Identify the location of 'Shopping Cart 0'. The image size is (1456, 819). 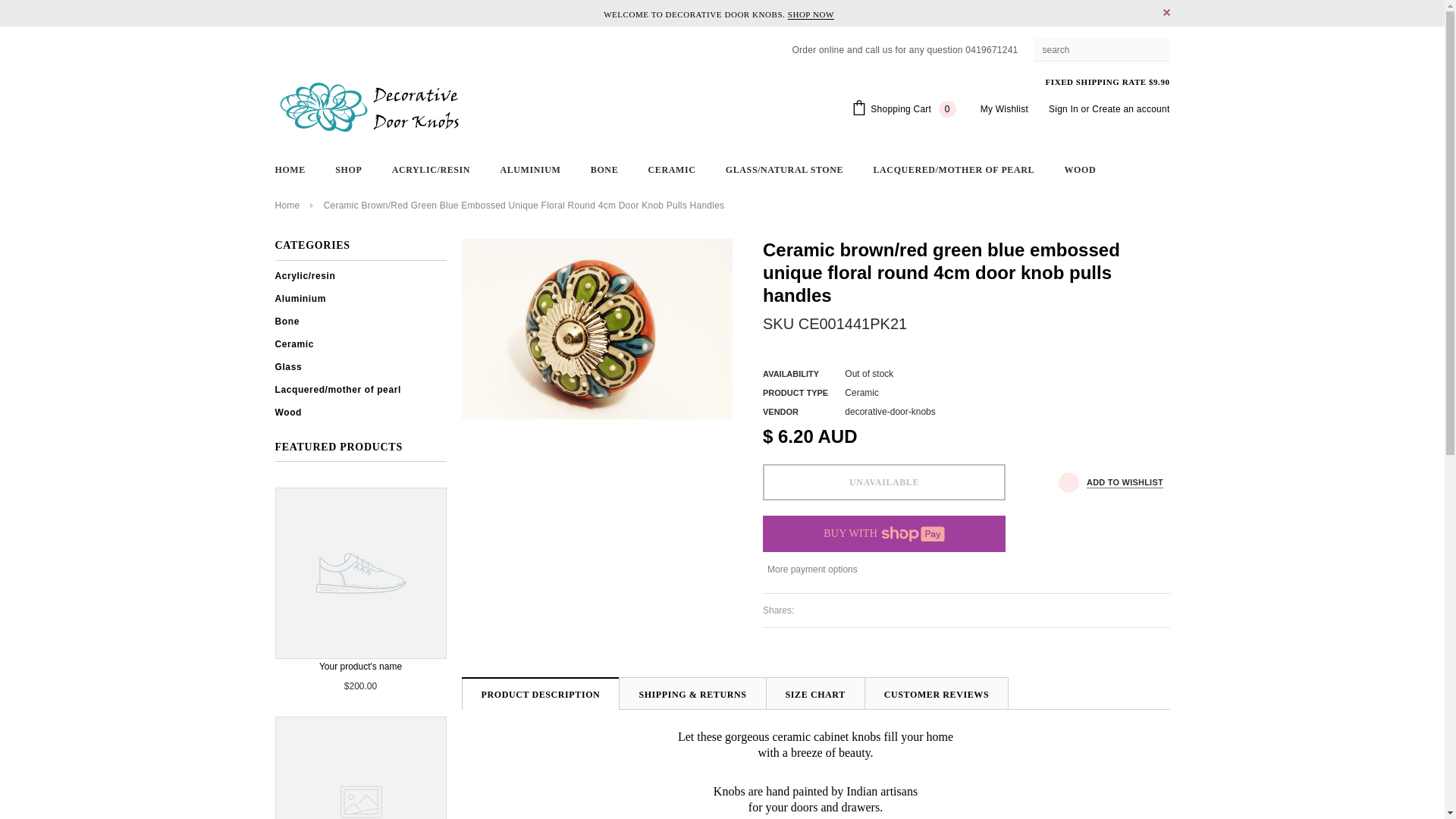
(903, 108).